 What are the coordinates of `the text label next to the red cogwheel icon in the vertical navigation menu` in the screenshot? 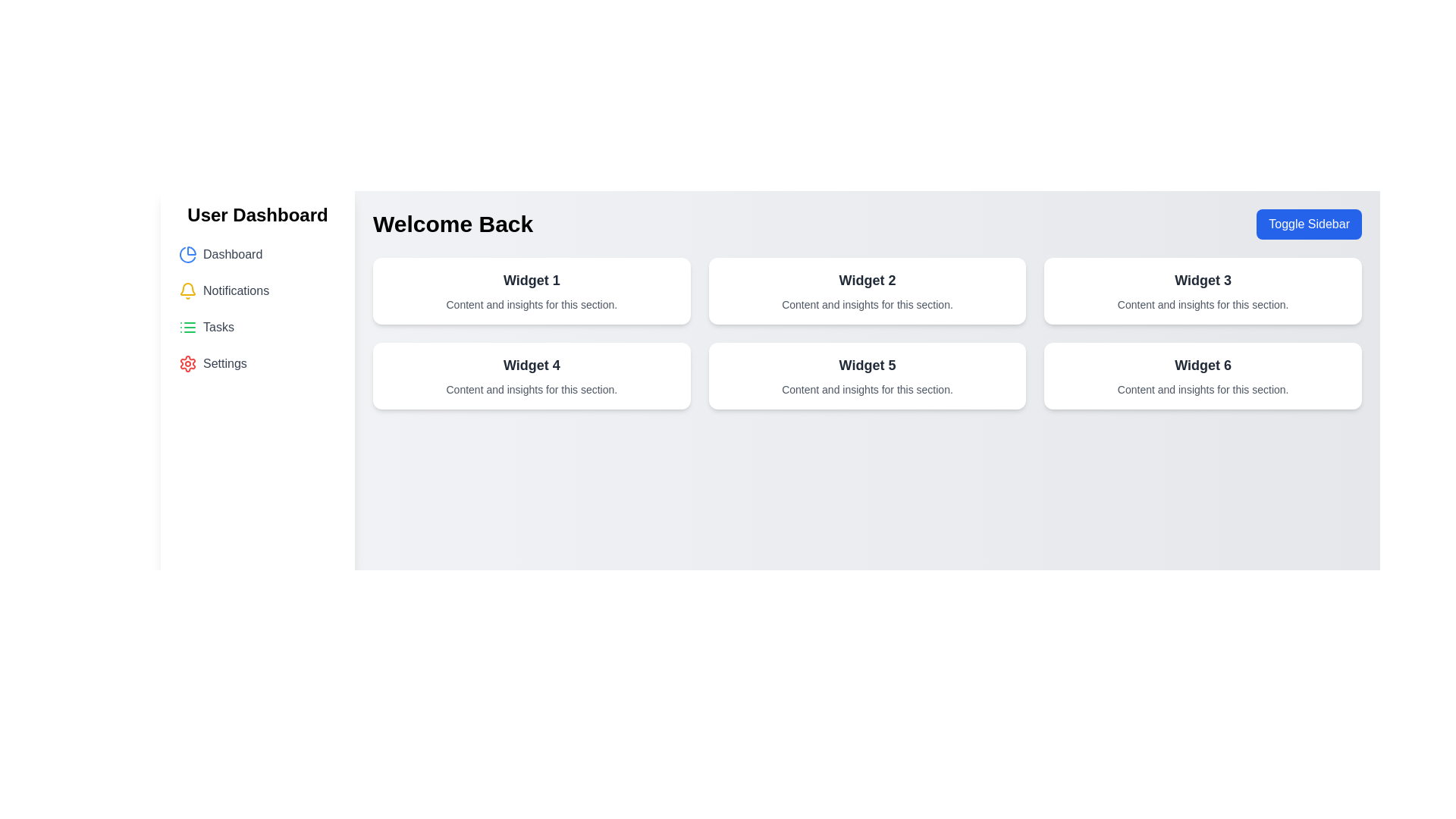 It's located at (224, 363).